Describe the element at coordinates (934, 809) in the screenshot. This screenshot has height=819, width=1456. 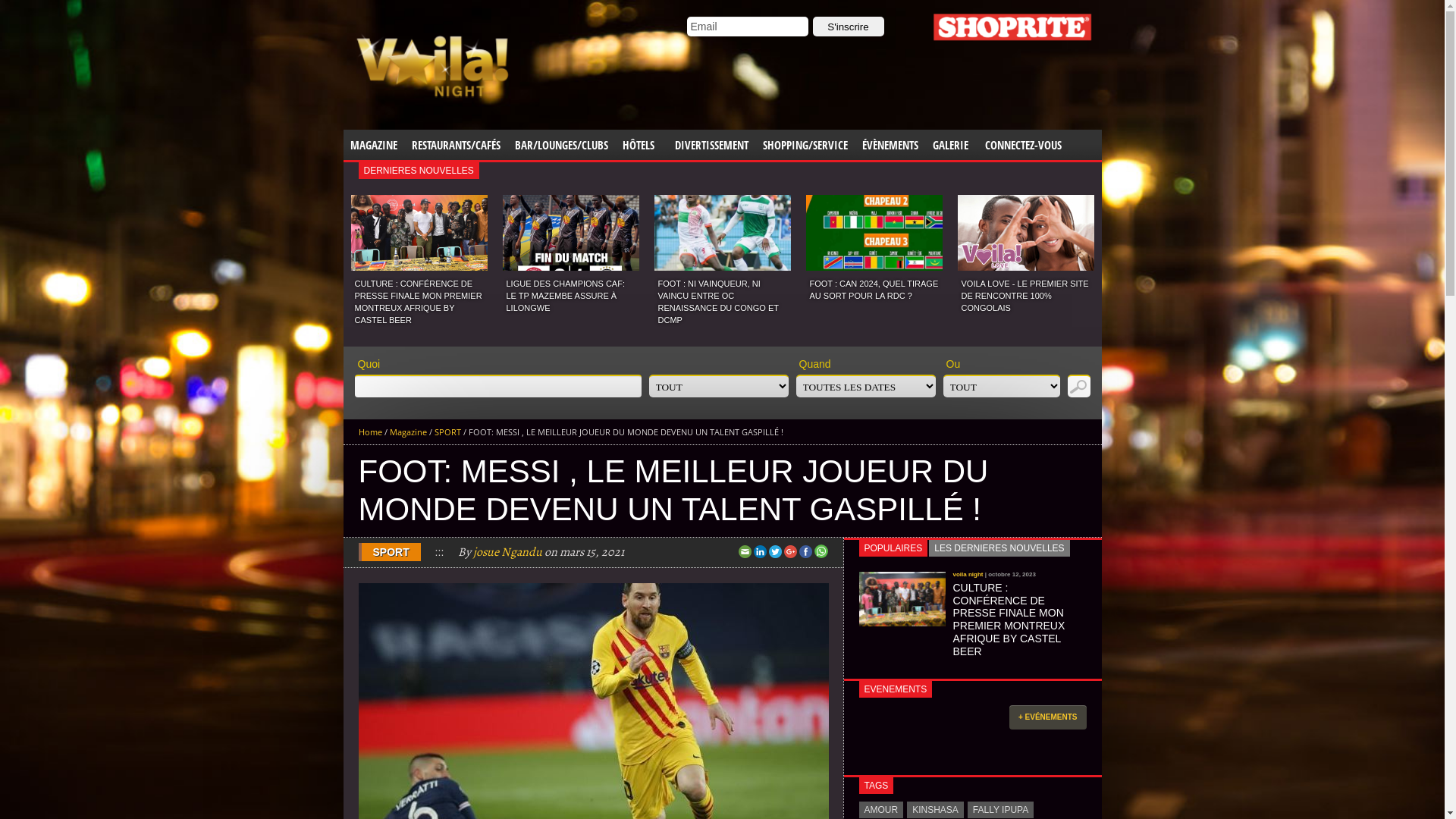
I see `'KINSHASA'` at that location.